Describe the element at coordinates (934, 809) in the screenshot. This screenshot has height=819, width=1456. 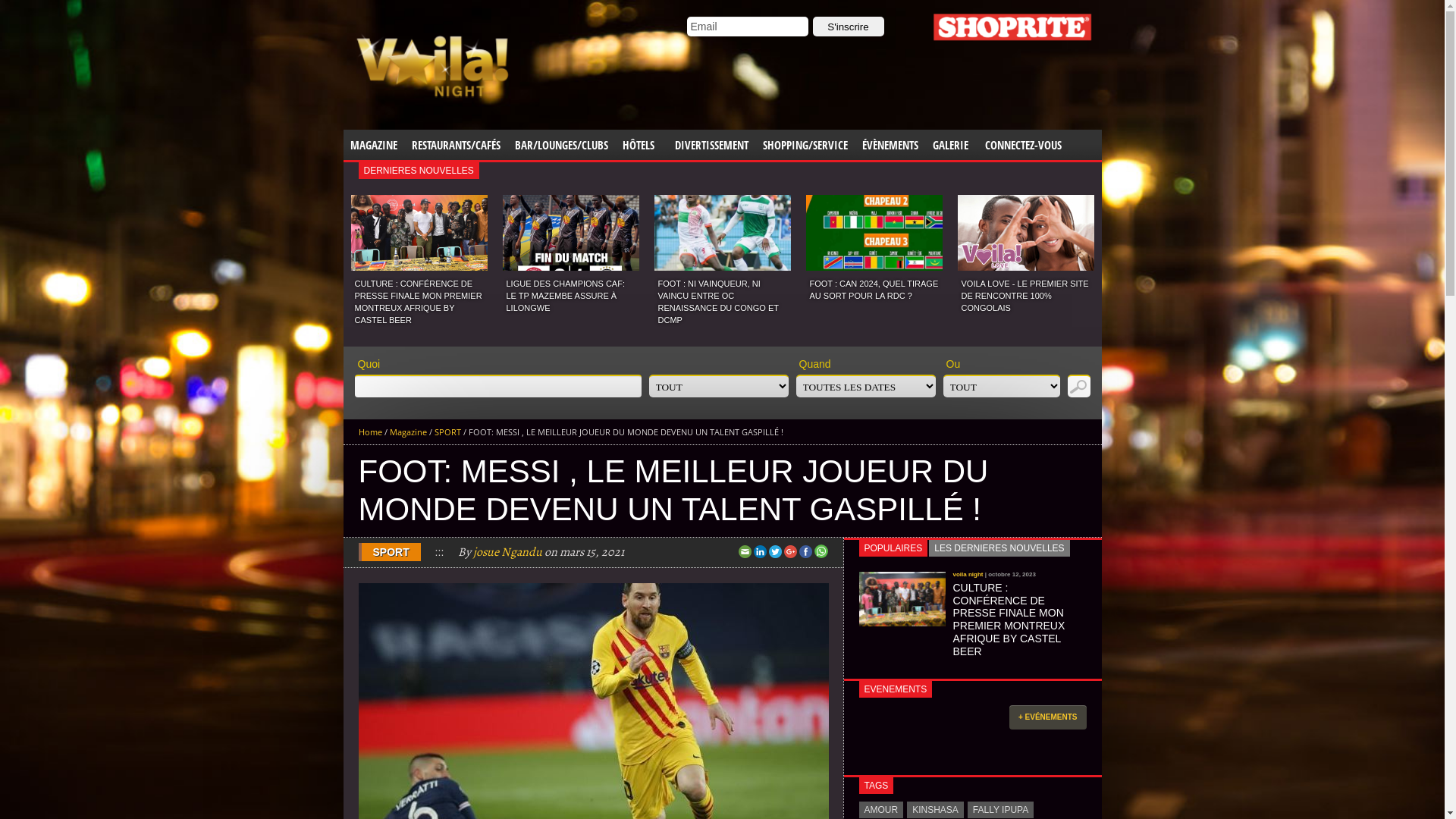
I see `'KINSHASA'` at that location.